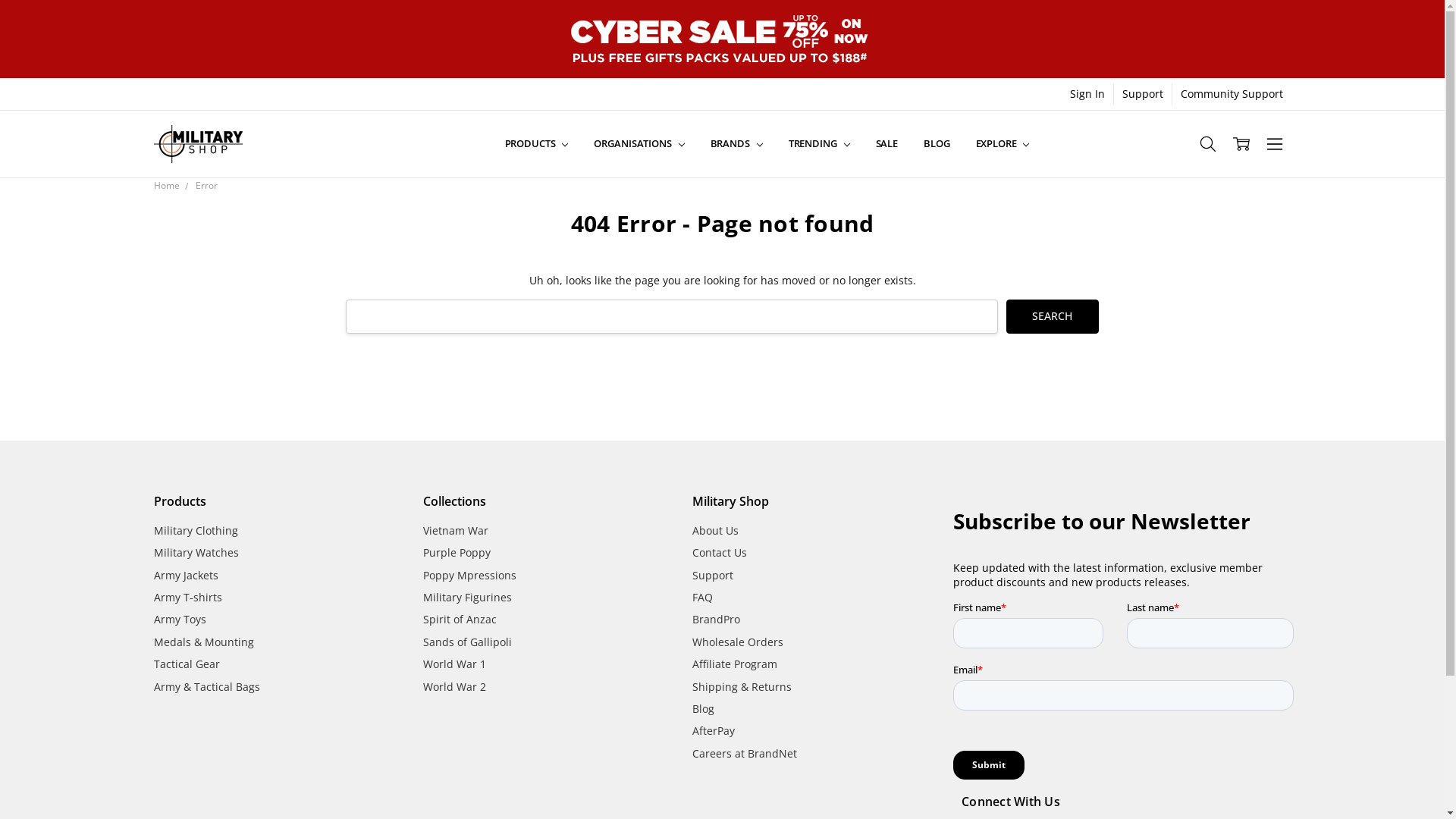 The width and height of the screenshot is (1456, 819). Describe the element at coordinates (886, 143) in the screenshot. I see `'SALE'` at that location.